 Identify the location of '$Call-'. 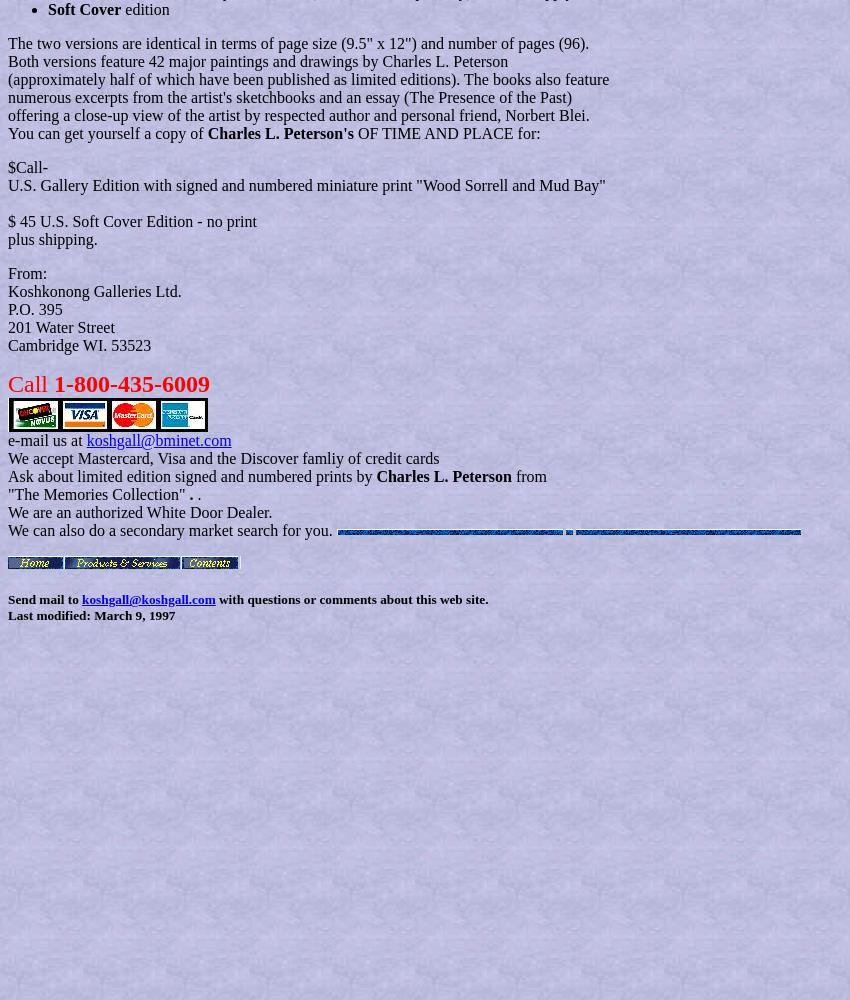
(26, 167).